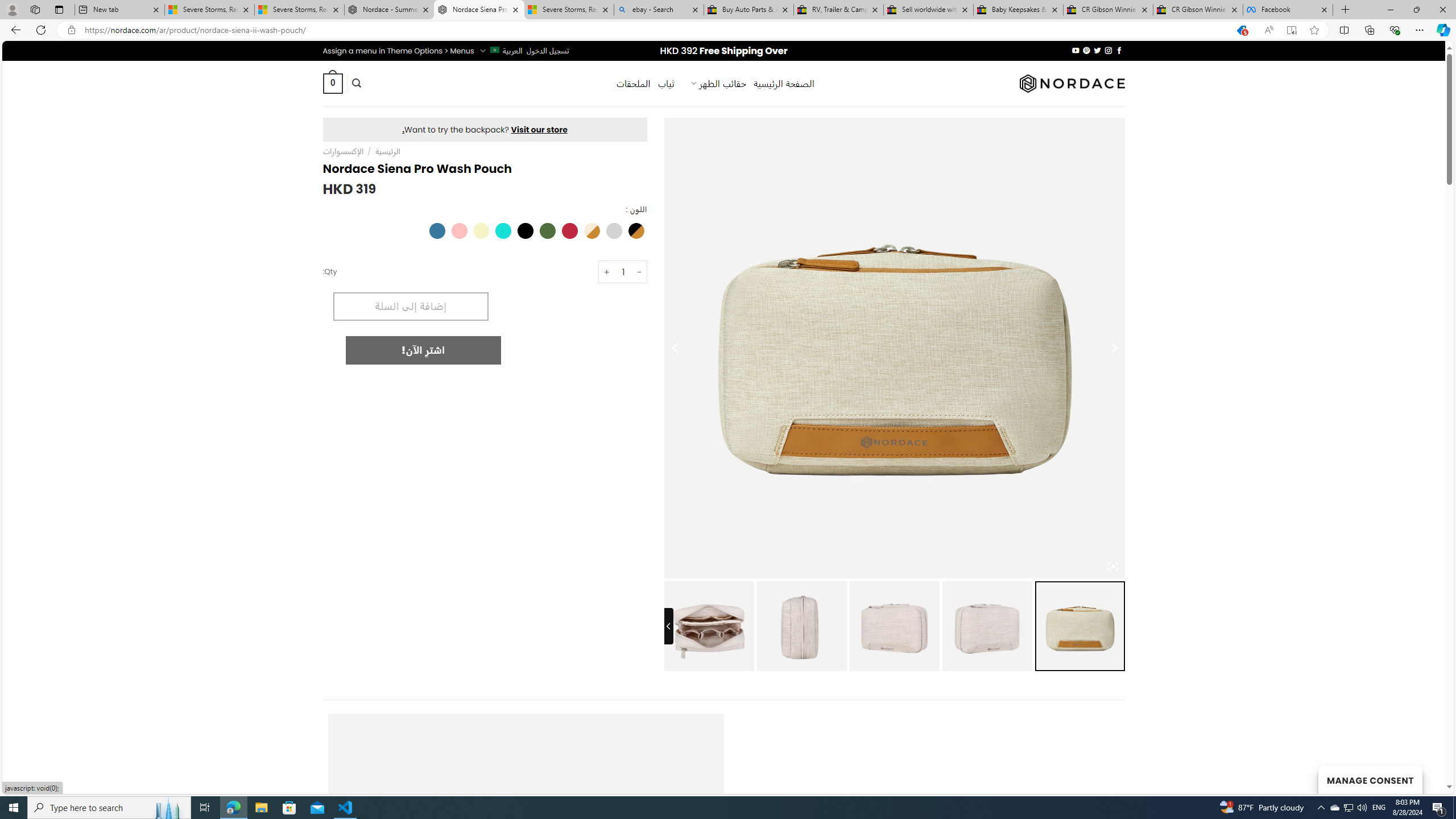 This screenshot has height=819, width=1456. I want to click on 'Class: iconic-woothumbs-fullscreen', so click(1112, 566).